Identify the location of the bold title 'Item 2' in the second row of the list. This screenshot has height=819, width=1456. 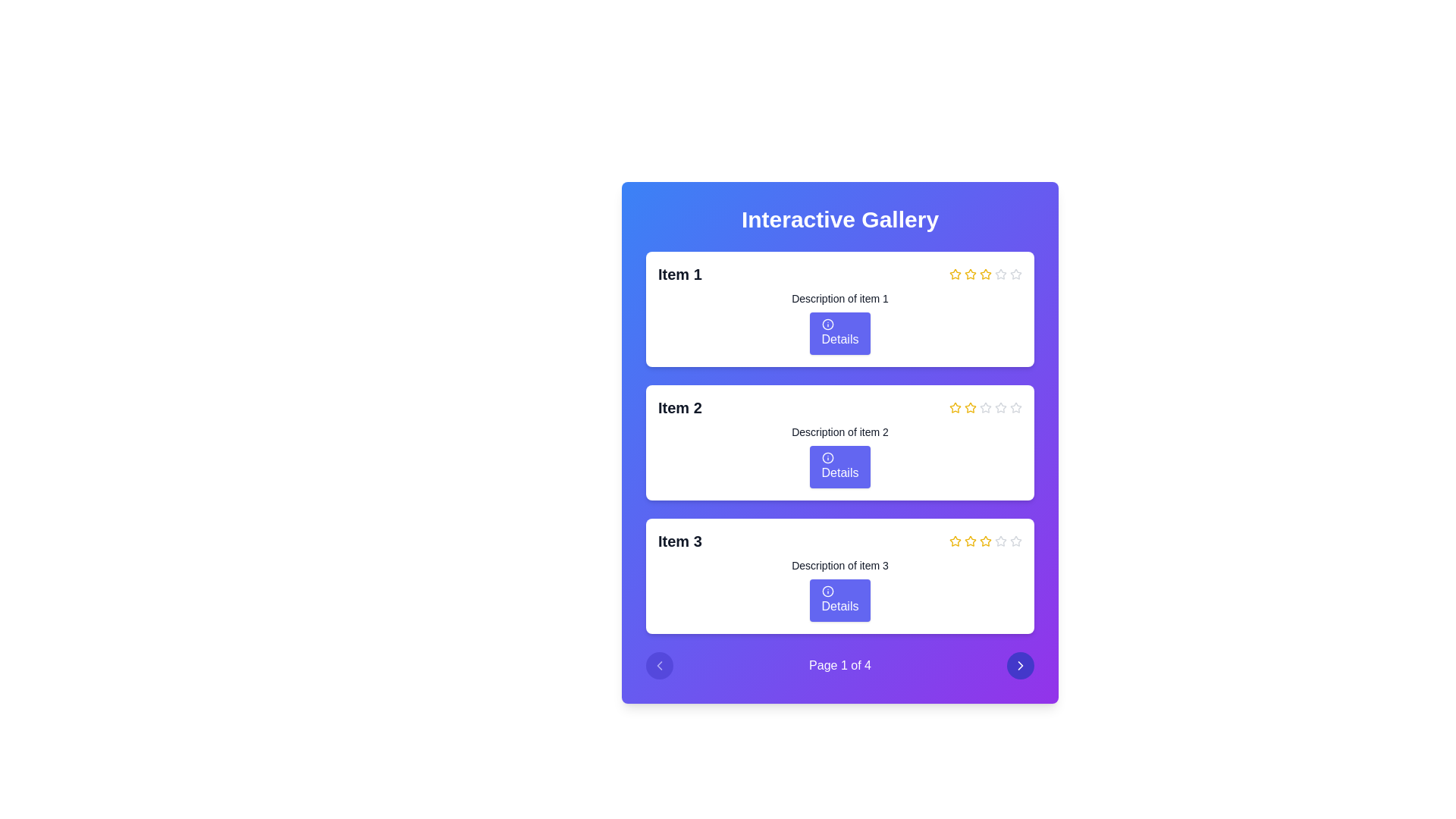
(839, 406).